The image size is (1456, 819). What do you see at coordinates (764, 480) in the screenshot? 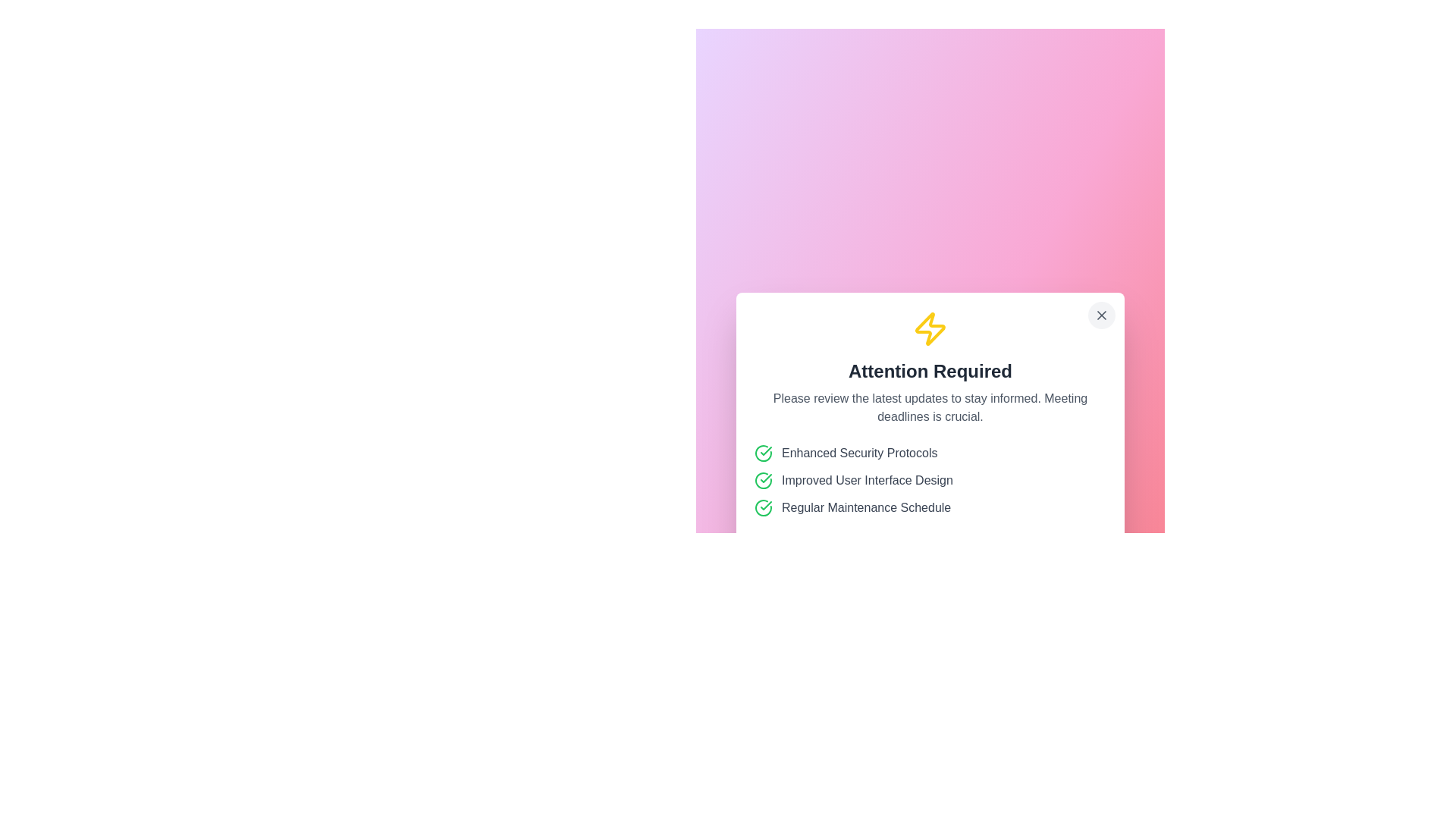
I see `the decorative or status indicator icon positioned to the left of the text 'Improved User Interface Design', which is the second item in a vertical list of similar icons` at bounding box center [764, 480].